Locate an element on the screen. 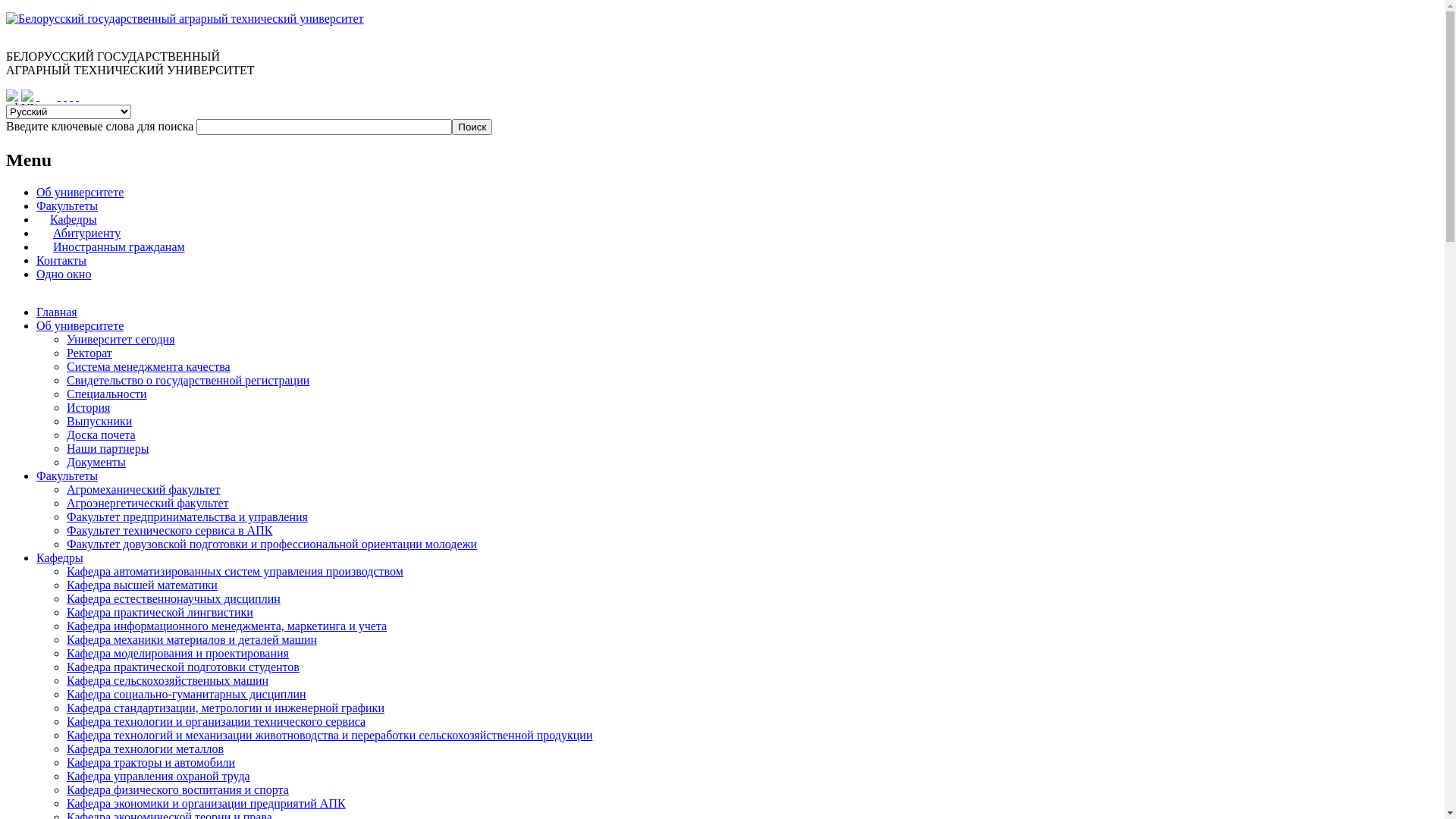  ' ' is located at coordinates (58, 96).